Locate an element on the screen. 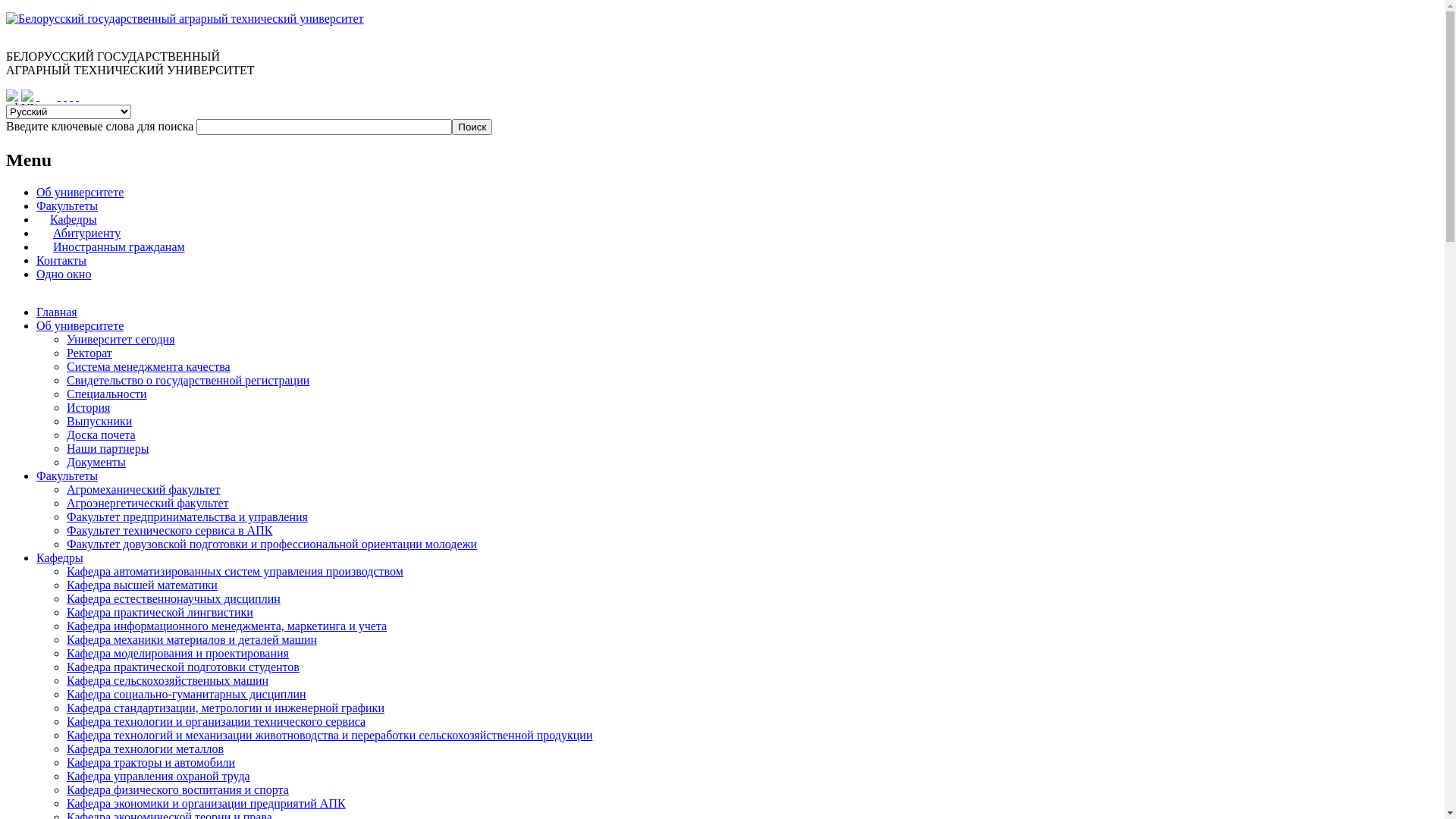  ' ' is located at coordinates (58, 96).